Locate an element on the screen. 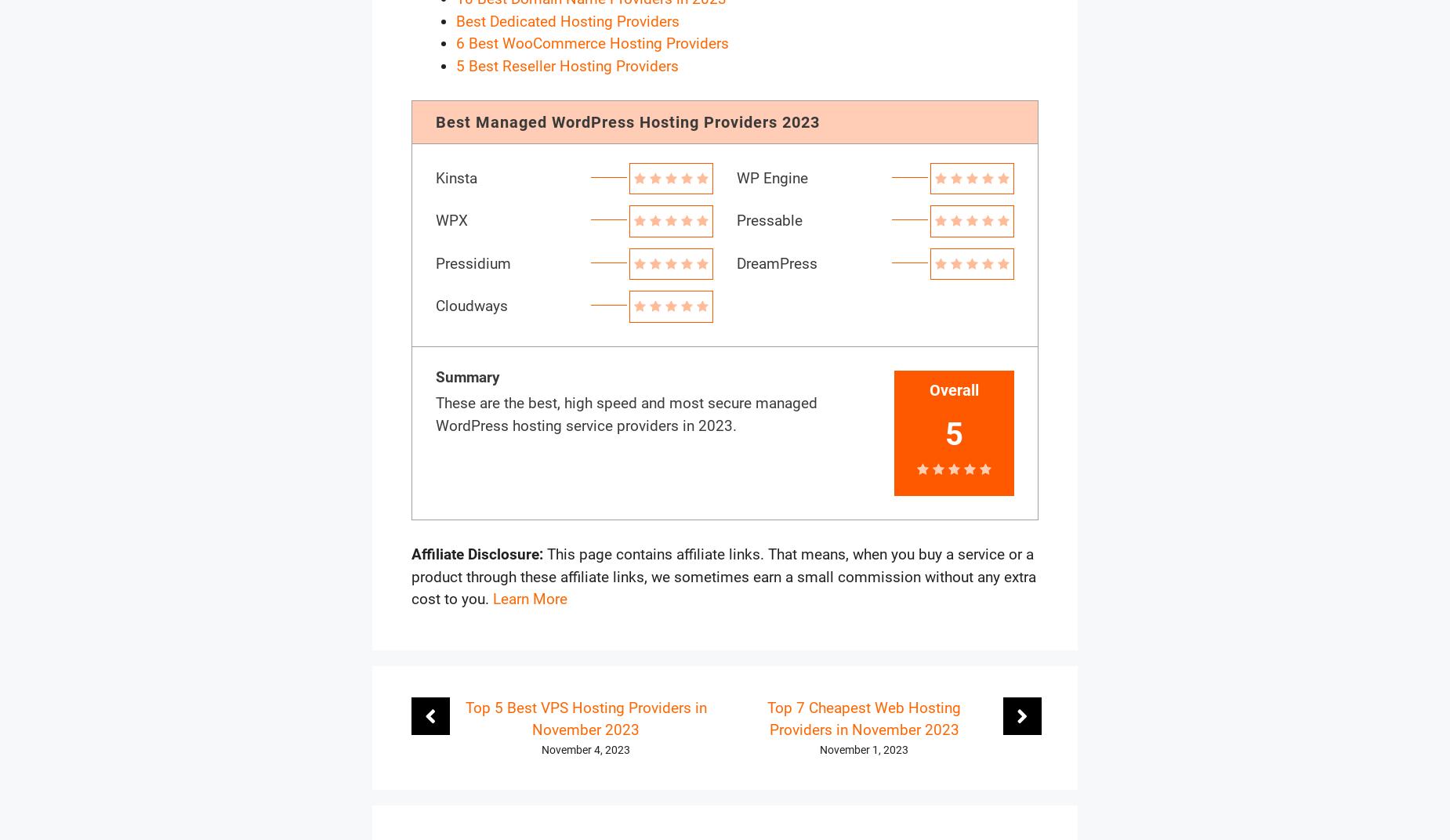  'Summary' is located at coordinates (467, 376).